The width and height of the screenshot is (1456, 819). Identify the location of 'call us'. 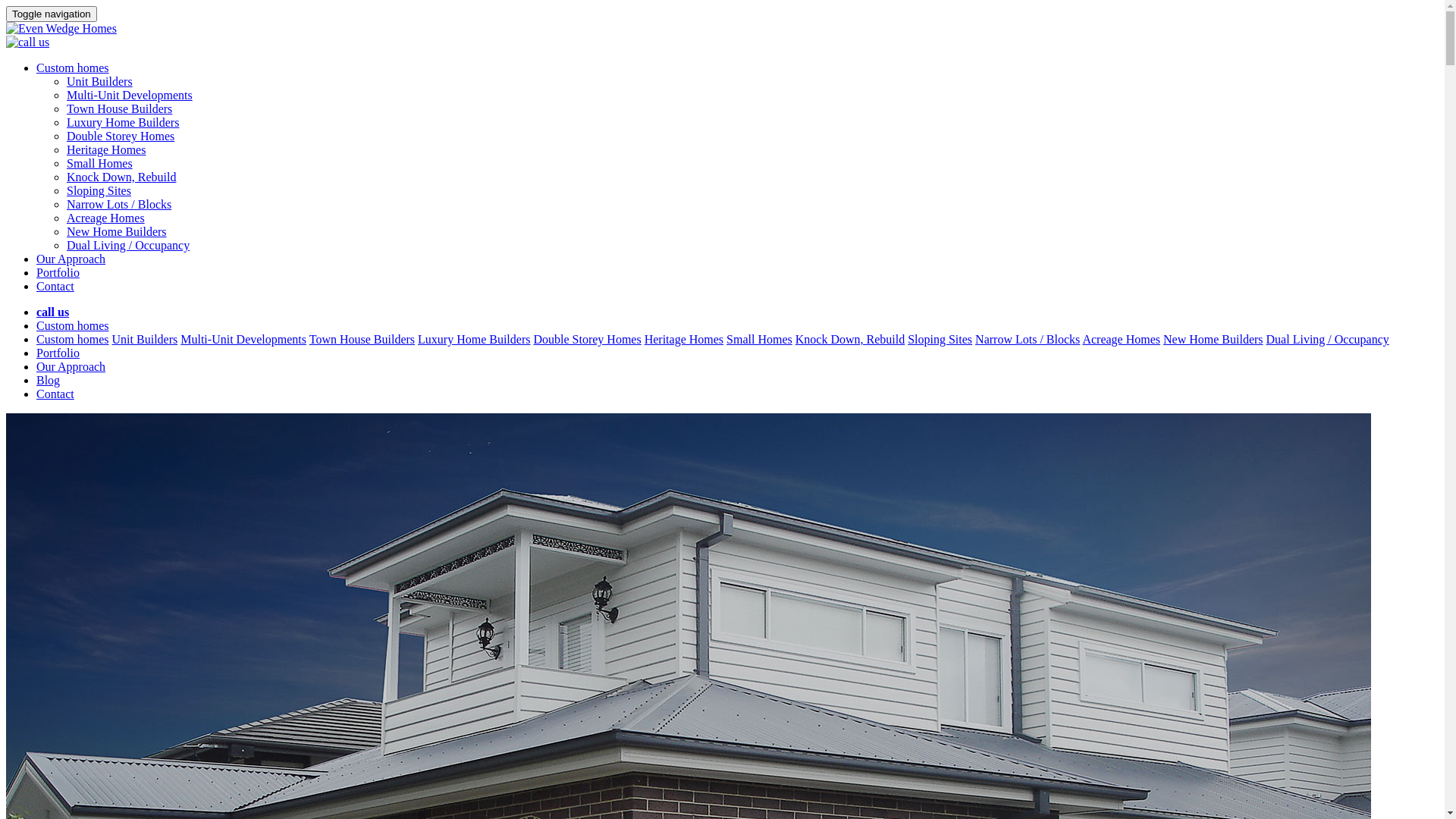
(27, 42).